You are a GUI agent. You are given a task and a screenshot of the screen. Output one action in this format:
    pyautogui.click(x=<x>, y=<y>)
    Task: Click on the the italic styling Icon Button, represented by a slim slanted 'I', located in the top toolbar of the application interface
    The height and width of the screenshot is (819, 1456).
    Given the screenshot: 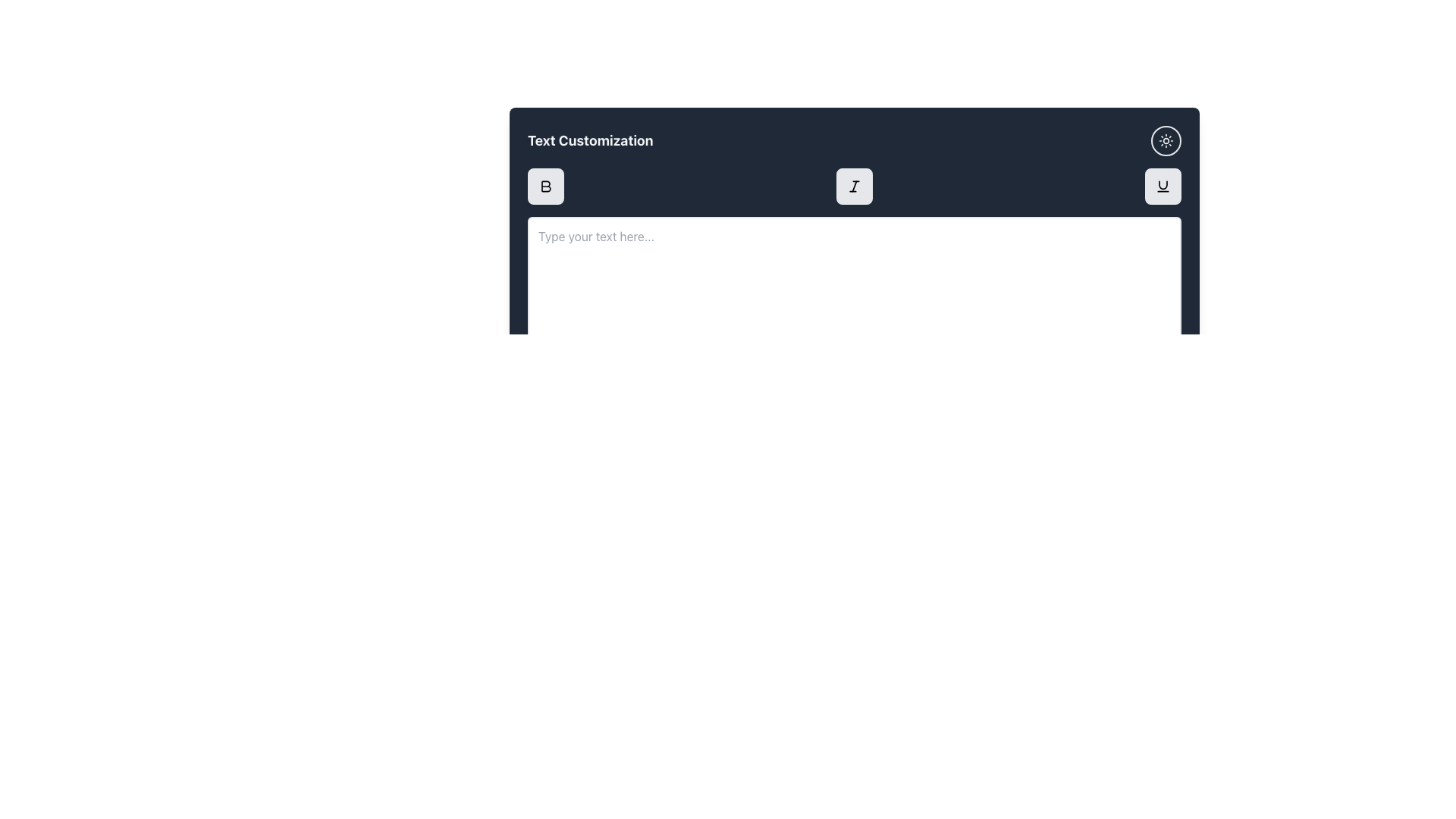 What is the action you would take?
    pyautogui.click(x=855, y=186)
    